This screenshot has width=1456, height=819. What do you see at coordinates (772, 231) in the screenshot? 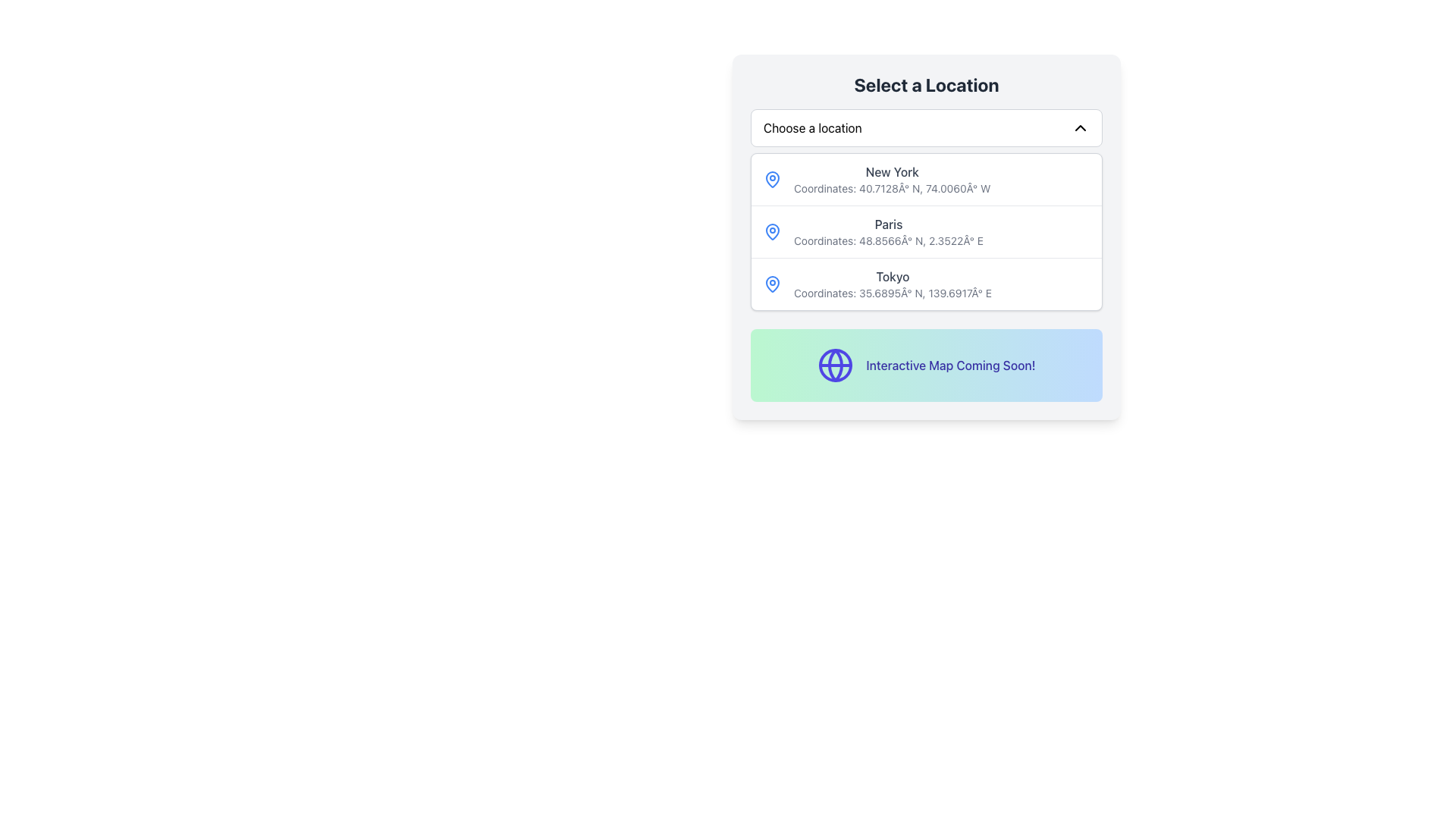
I see `the blue map pin icon located in the first position of the list item indicating 'Paris' in the location selection interface` at bounding box center [772, 231].